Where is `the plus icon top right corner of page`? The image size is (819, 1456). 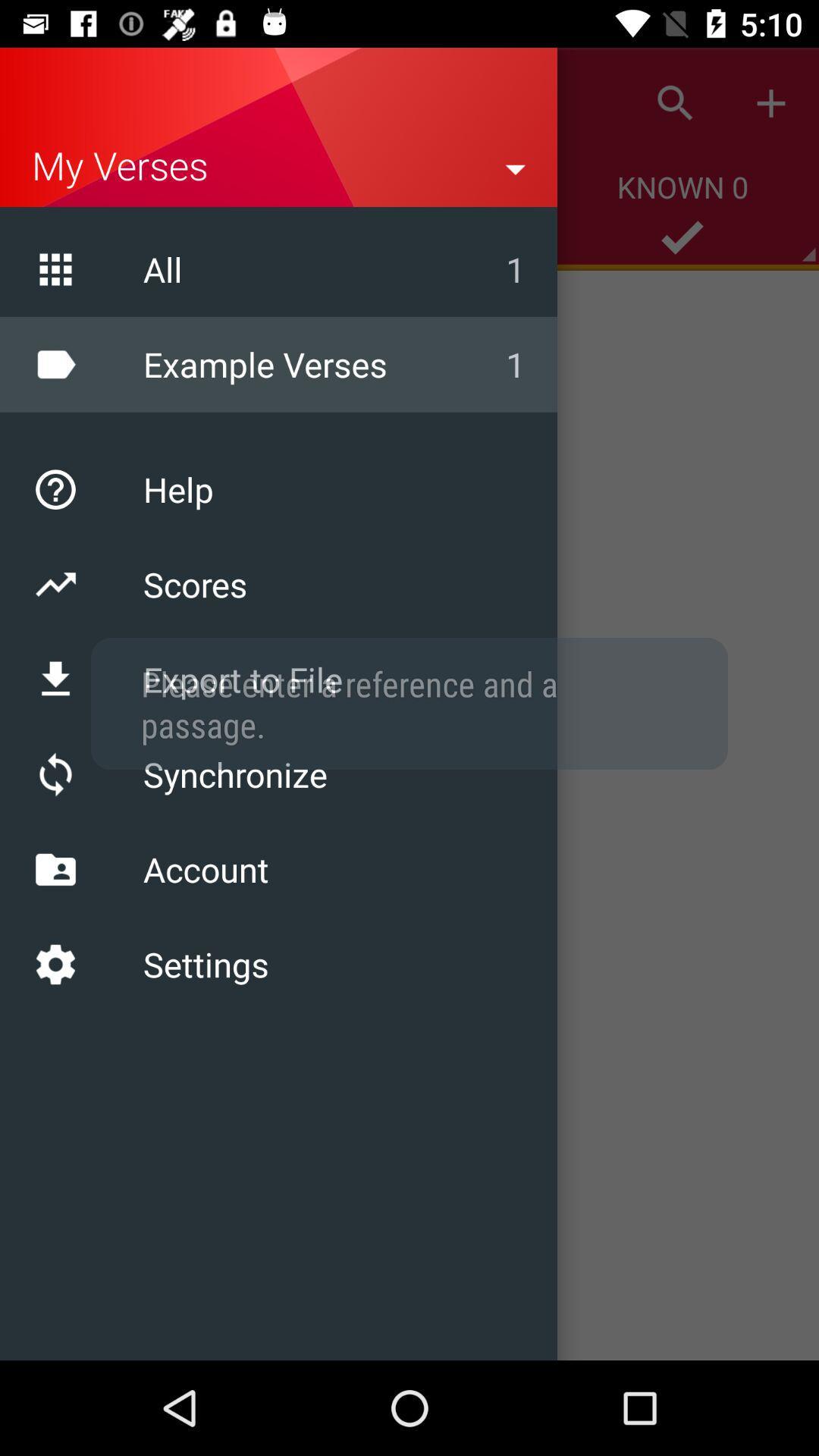 the plus icon top right corner of page is located at coordinates (771, 103).